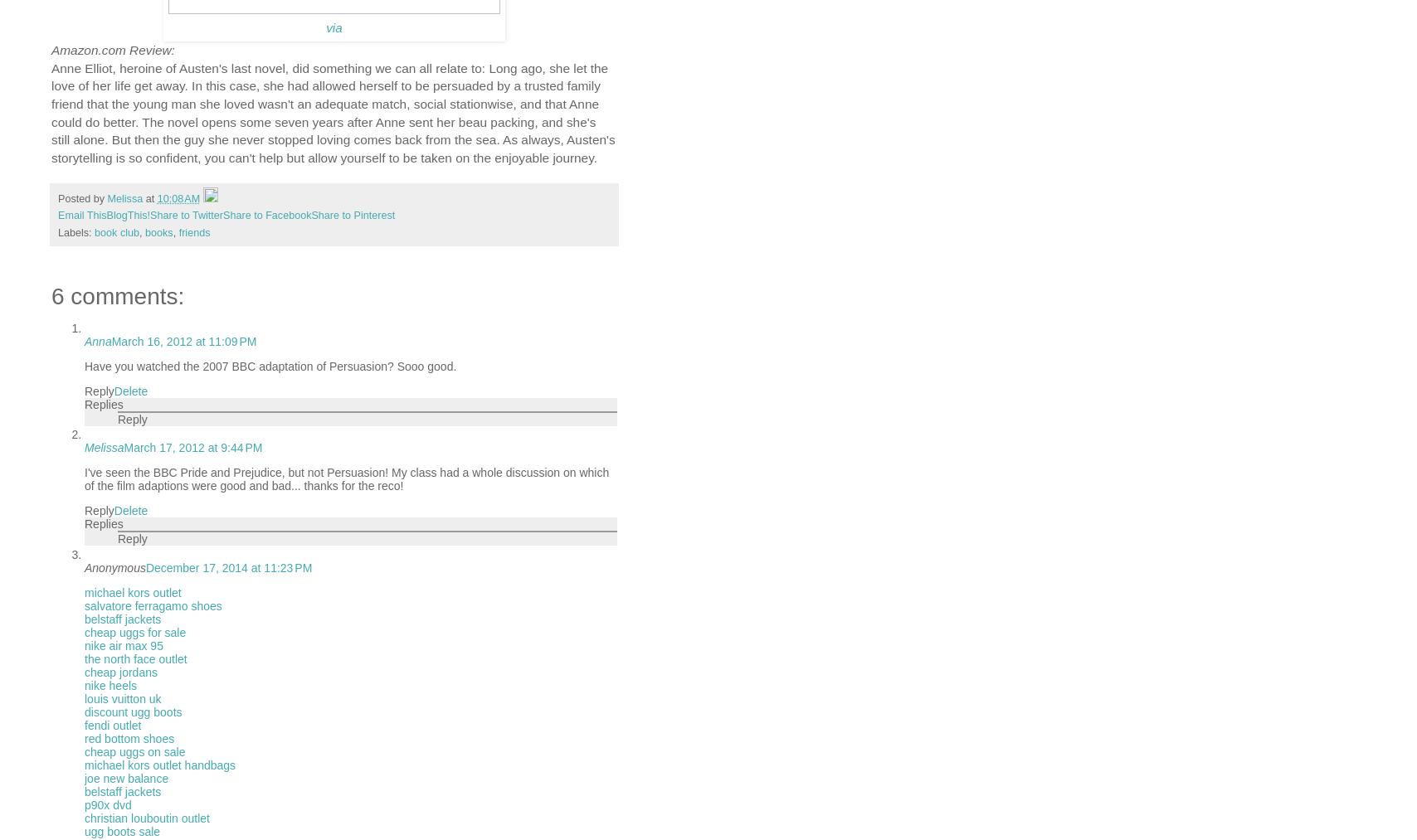 This screenshot has height=840, width=1417. Describe the element at coordinates (160, 765) in the screenshot. I see `'michael kors outlet handbags'` at that location.